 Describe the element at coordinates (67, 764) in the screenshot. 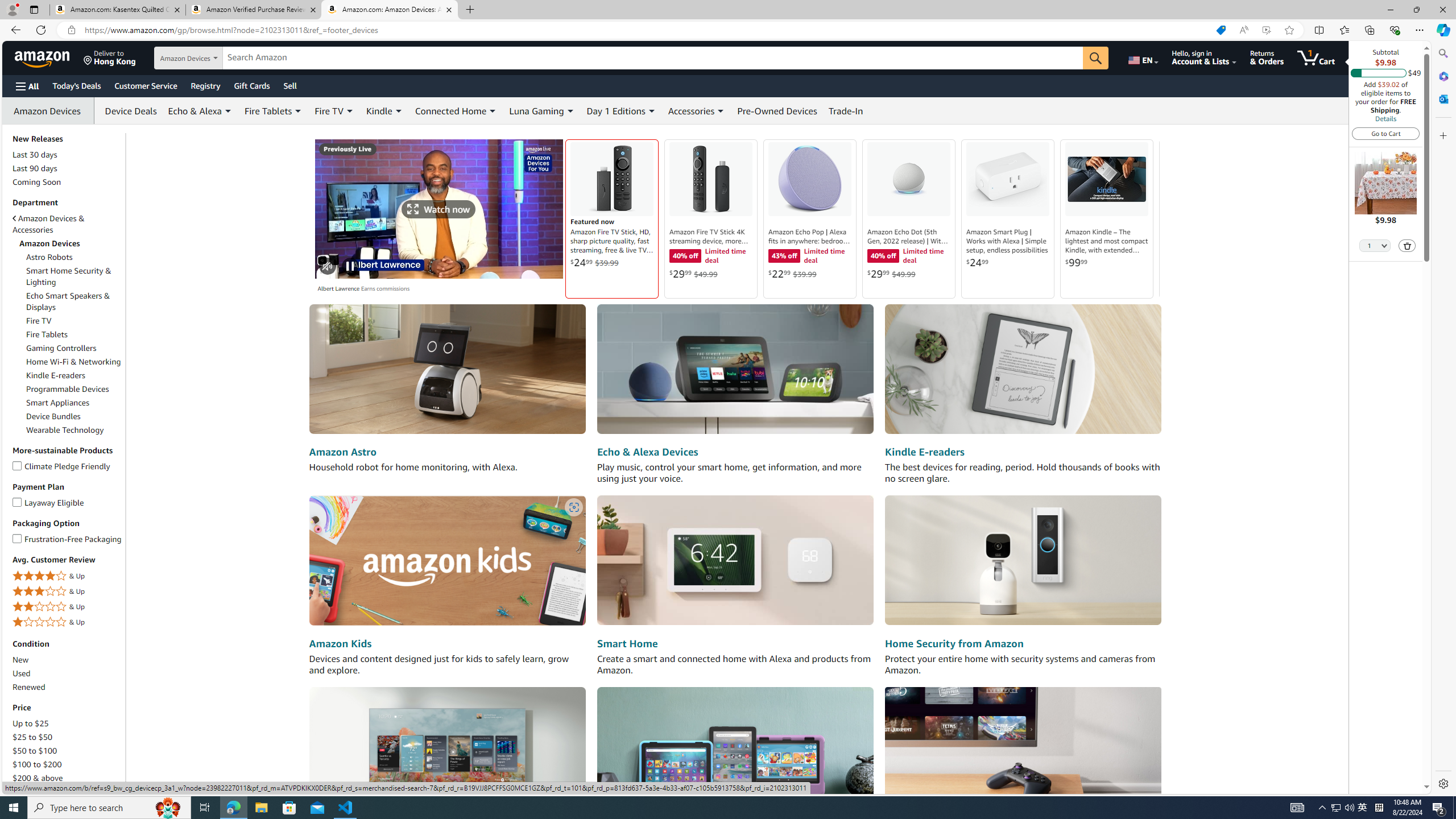

I see `'$100 to $200'` at that location.